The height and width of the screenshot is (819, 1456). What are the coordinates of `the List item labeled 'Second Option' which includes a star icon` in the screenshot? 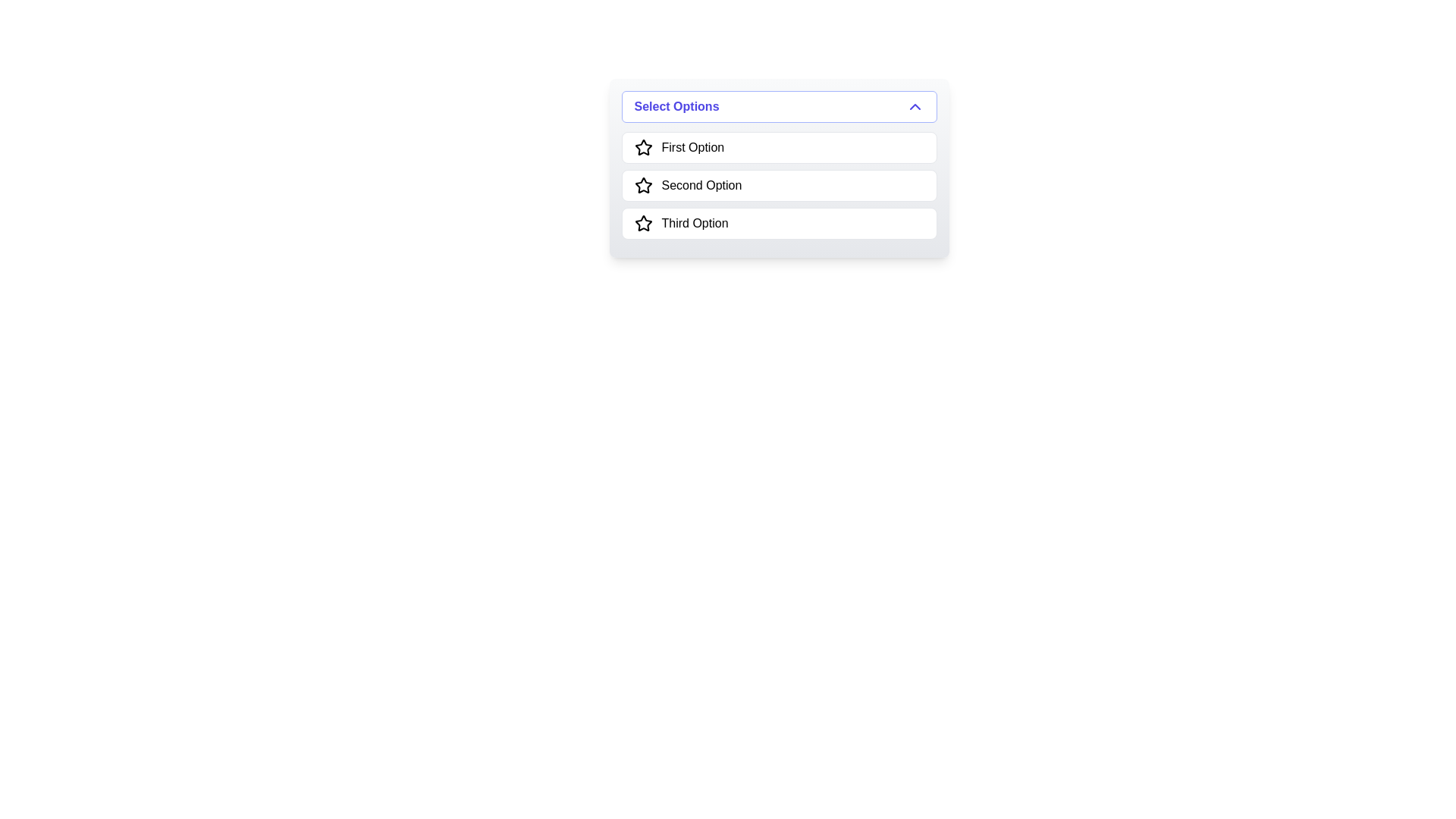 It's located at (687, 185).